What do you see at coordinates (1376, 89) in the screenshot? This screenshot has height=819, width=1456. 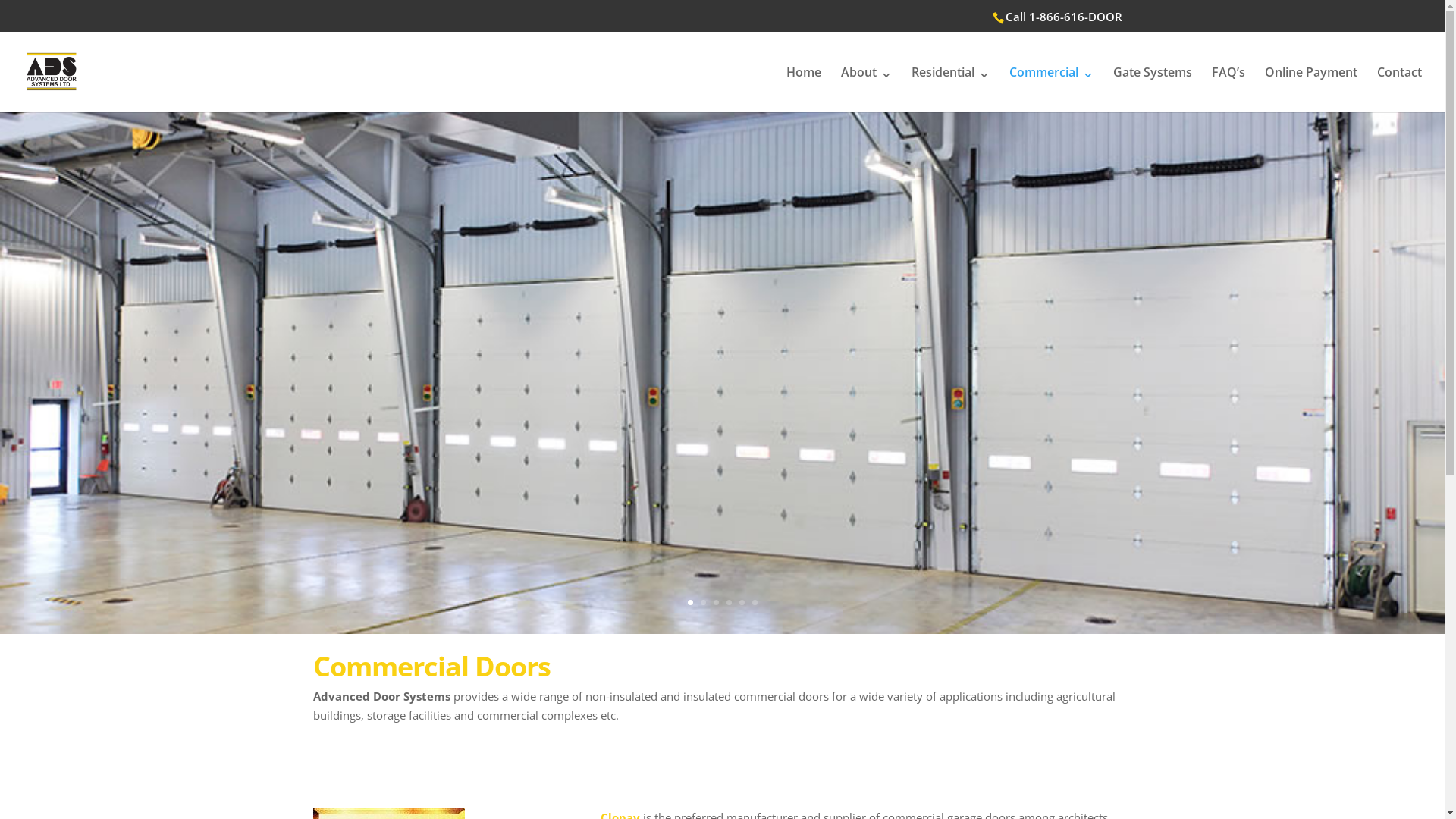 I see `'Contact'` at bounding box center [1376, 89].